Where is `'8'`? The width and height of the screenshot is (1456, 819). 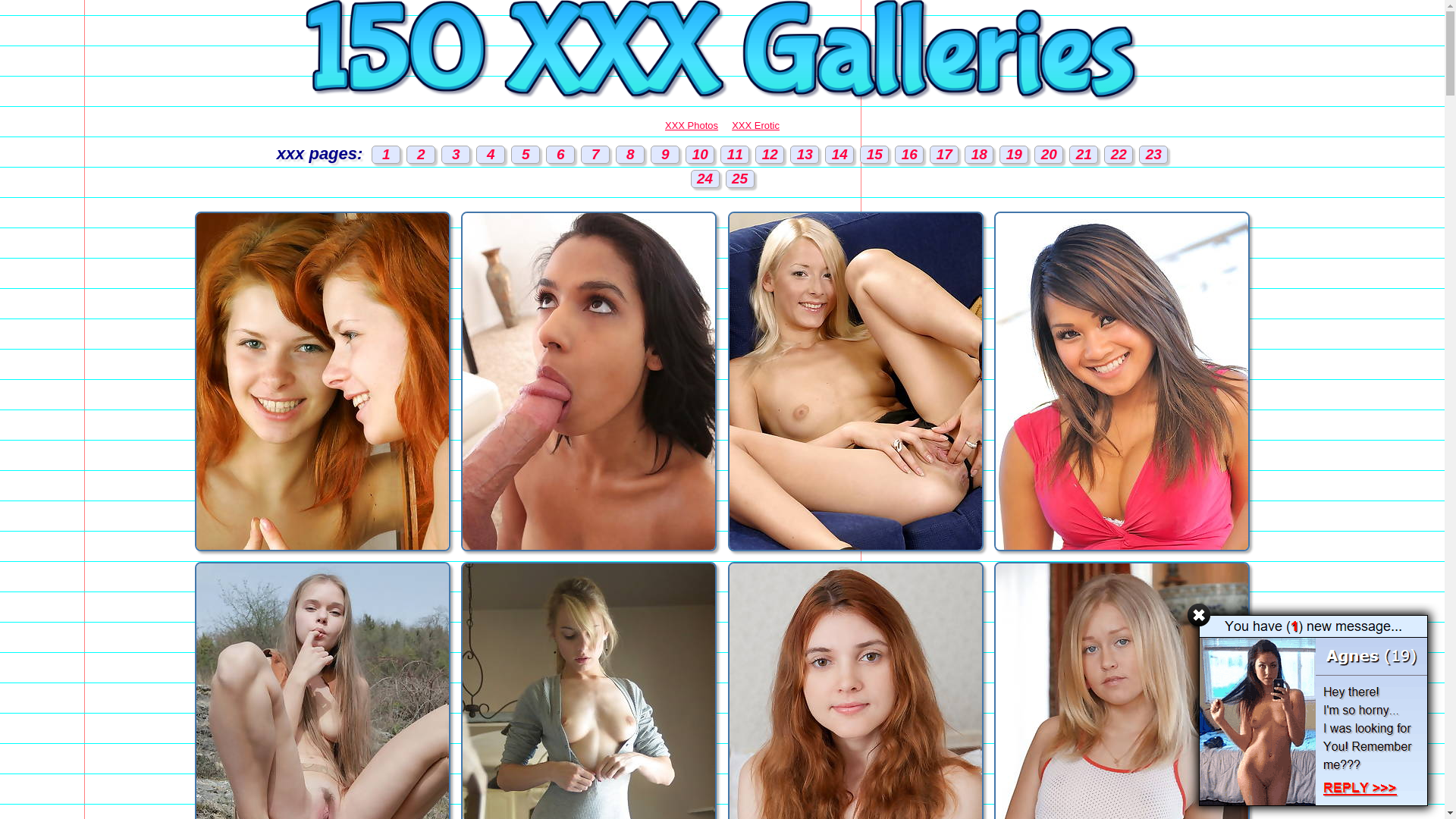 '8' is located at coordinates (629, 155).